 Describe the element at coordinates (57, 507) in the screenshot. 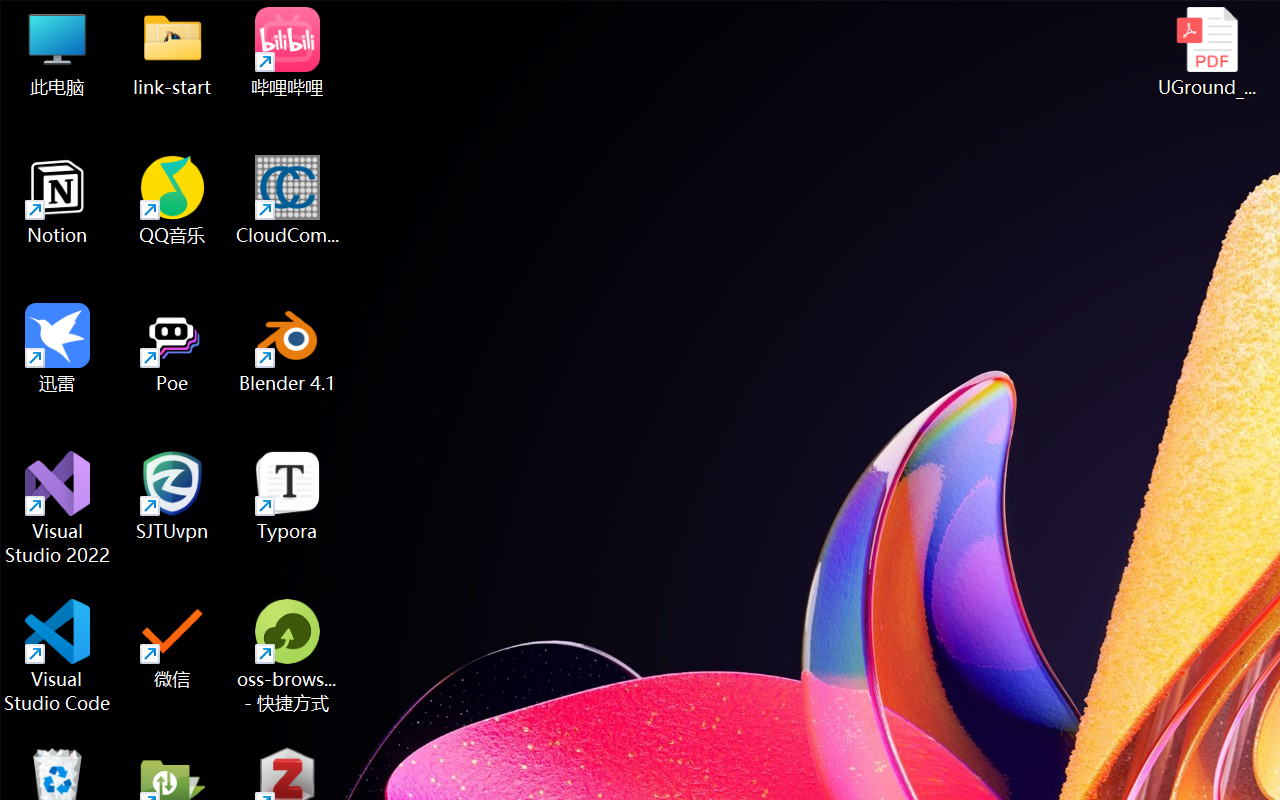

I see `'Visual Studio 2022'` at that location.